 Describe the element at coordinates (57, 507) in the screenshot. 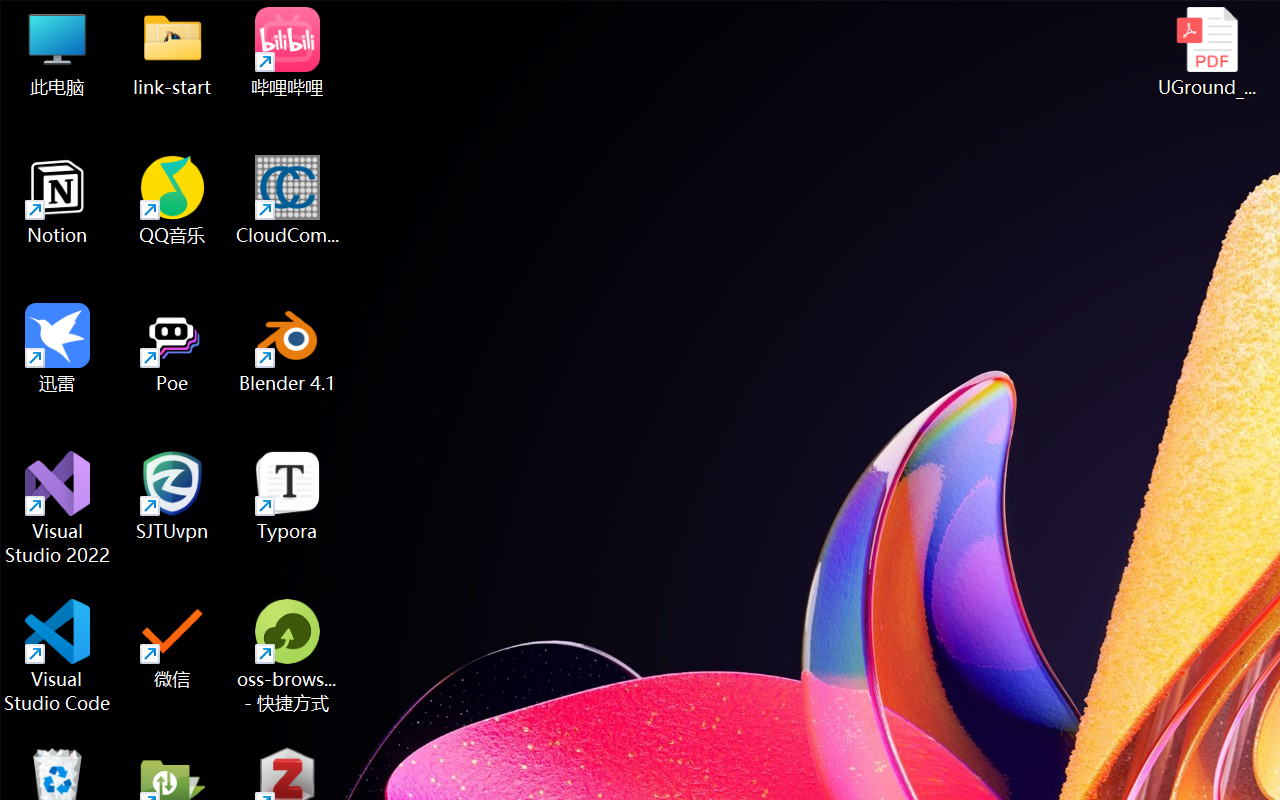

I see `'Visual Studio 2022'` at that location.